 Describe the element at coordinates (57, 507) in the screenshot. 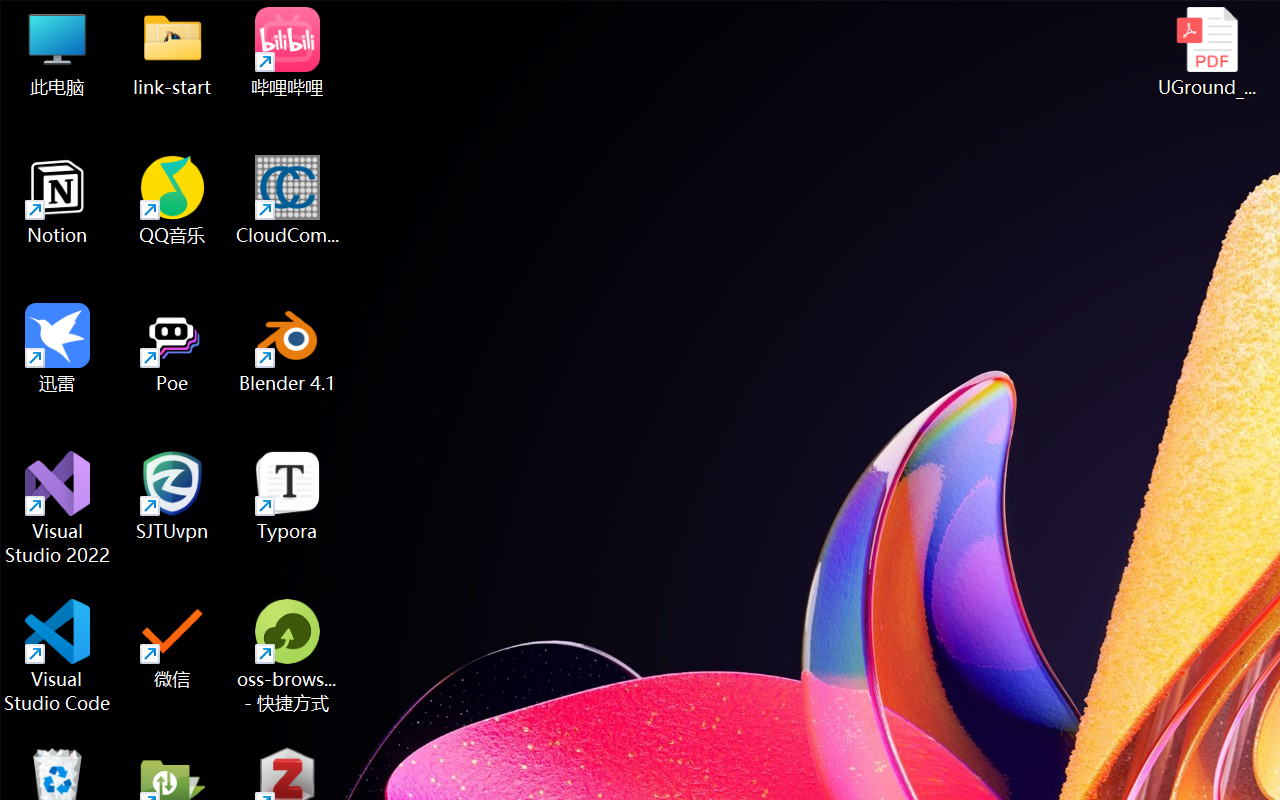

I see `'Visual Studio 2022'` at that location.